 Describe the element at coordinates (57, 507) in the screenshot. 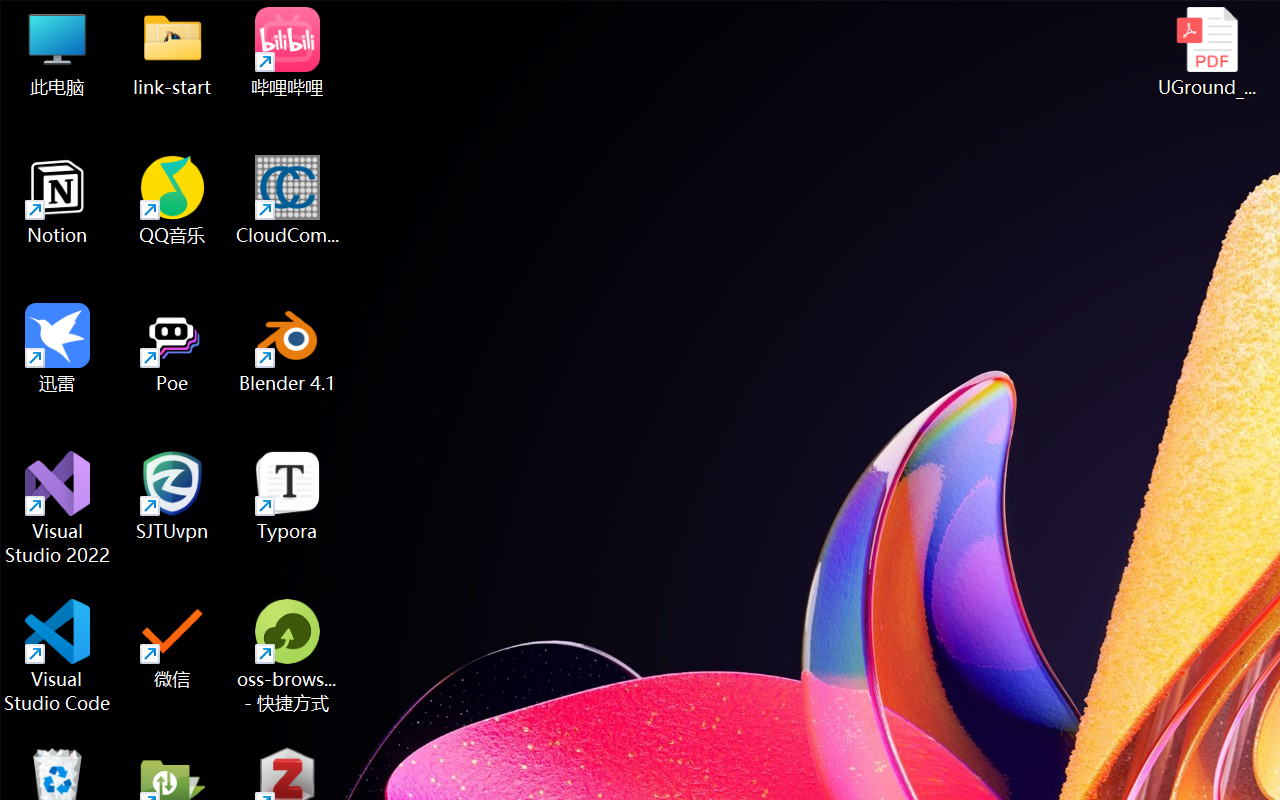

I see `'Visual Studio 2022'` at that location.